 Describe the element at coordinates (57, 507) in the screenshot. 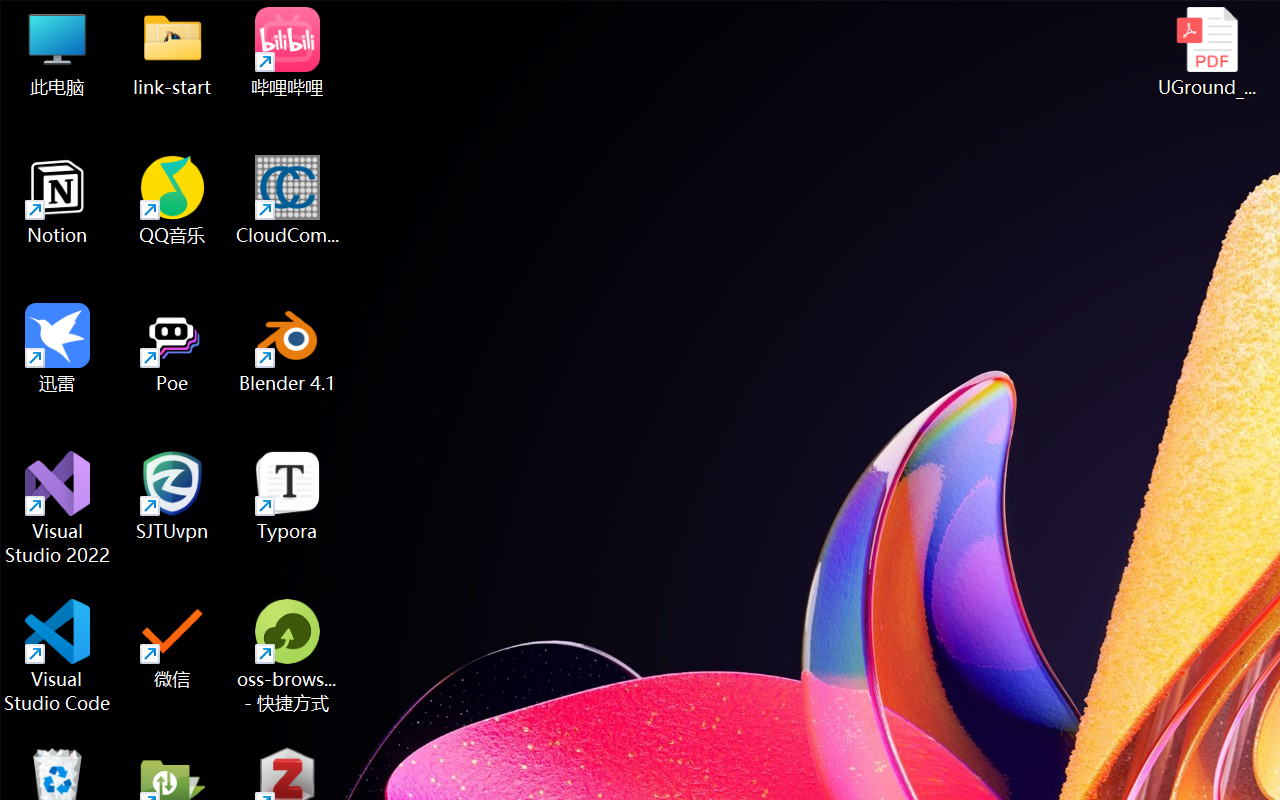

I see `'Visual Studio 2022'` at that location.